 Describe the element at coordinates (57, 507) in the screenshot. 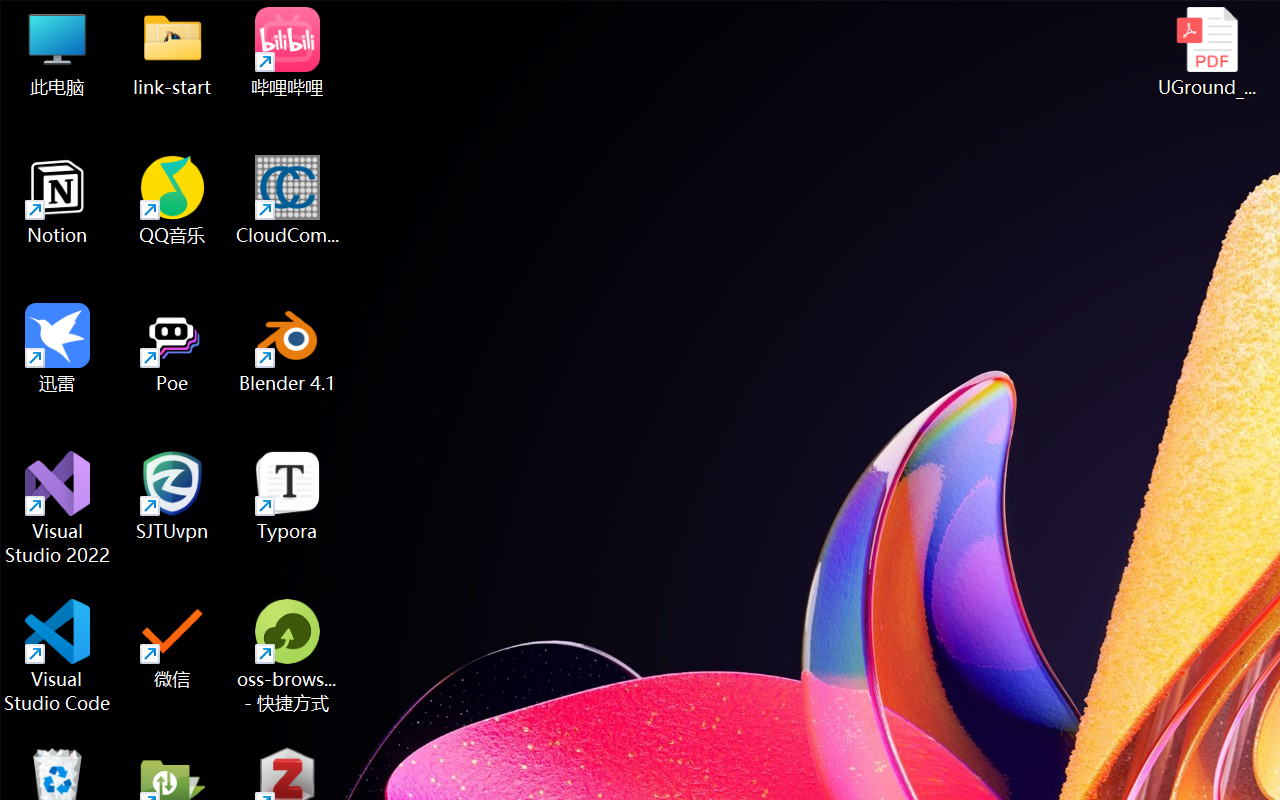

I see `'Visual Studio 2022'` at that location.